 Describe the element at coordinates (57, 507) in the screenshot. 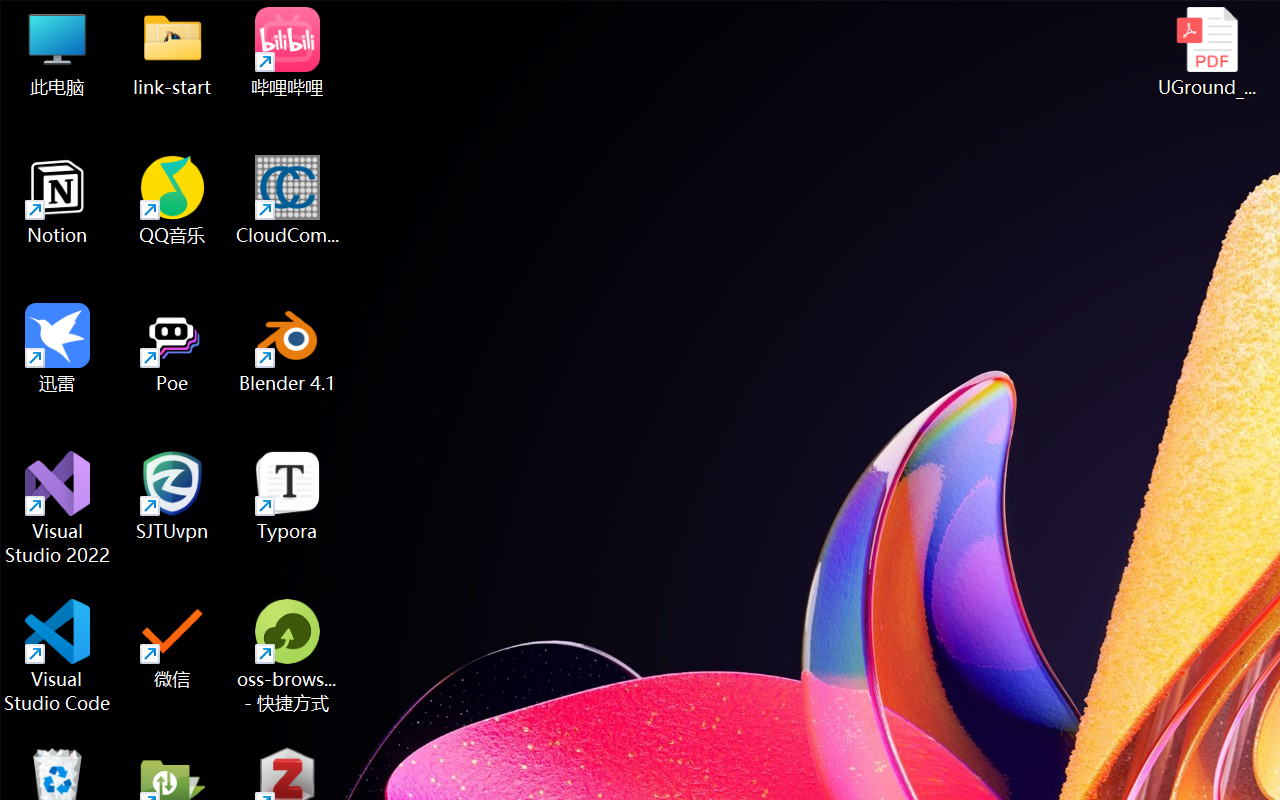

I see `'Visual Studio 2022'` at that location.